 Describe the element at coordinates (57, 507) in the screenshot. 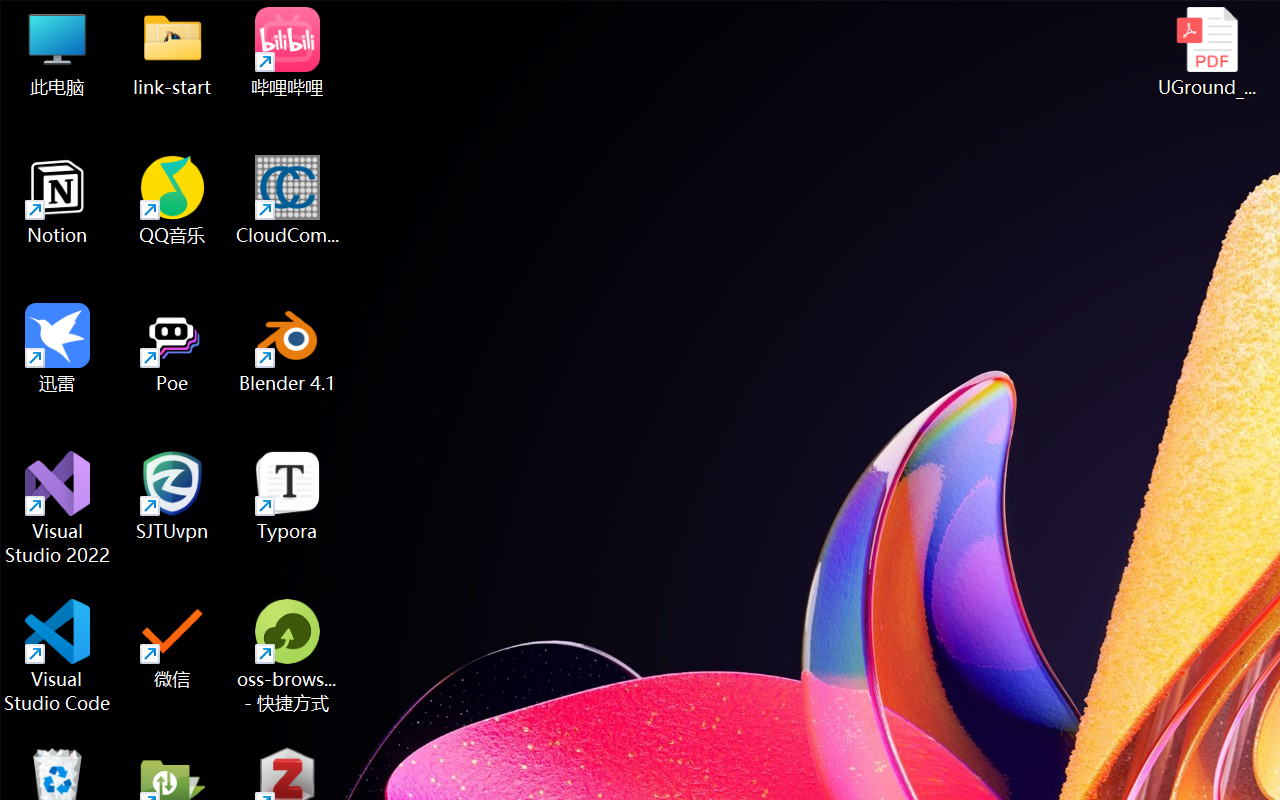

I see `'Visual Studio 2022'` at that location.